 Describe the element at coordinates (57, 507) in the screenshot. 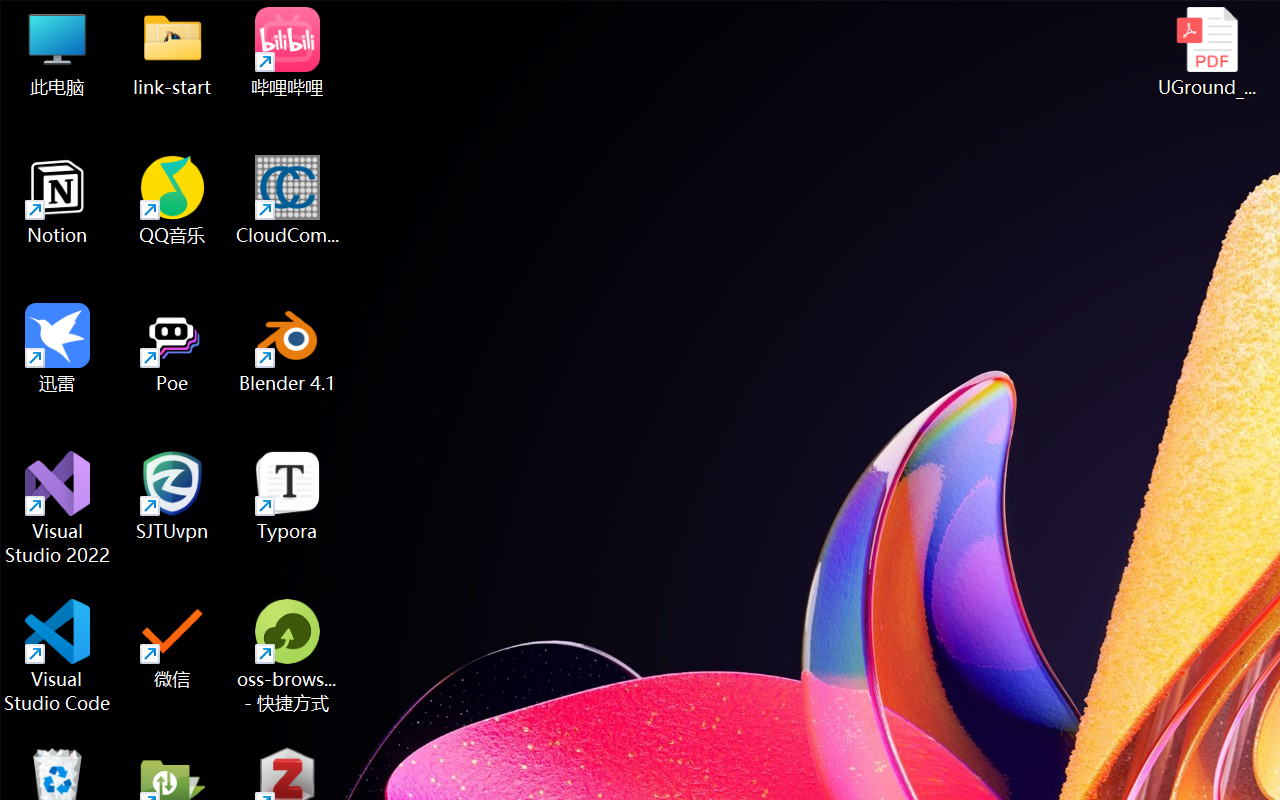

I see `'Visual Studio 2022'` at that location.